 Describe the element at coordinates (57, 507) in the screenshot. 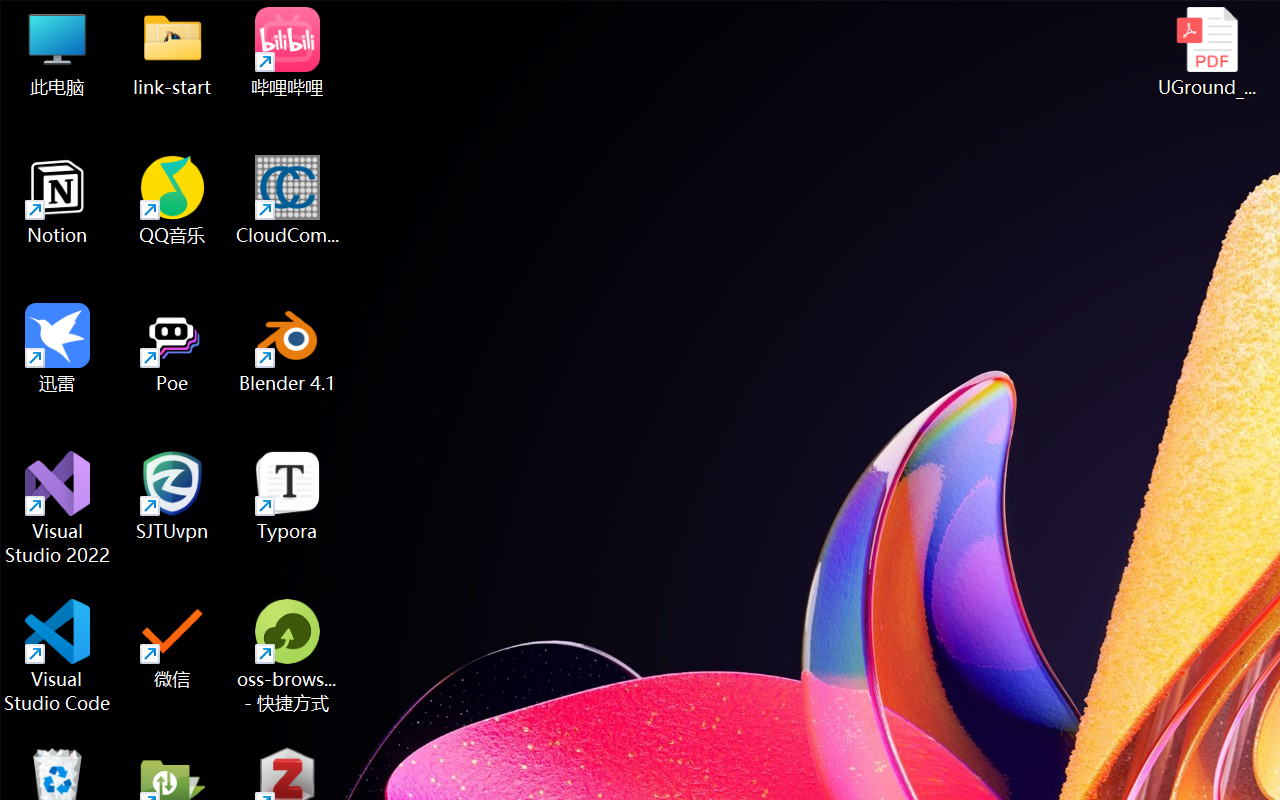

I see `'Visual Studio 2022'` at that location.